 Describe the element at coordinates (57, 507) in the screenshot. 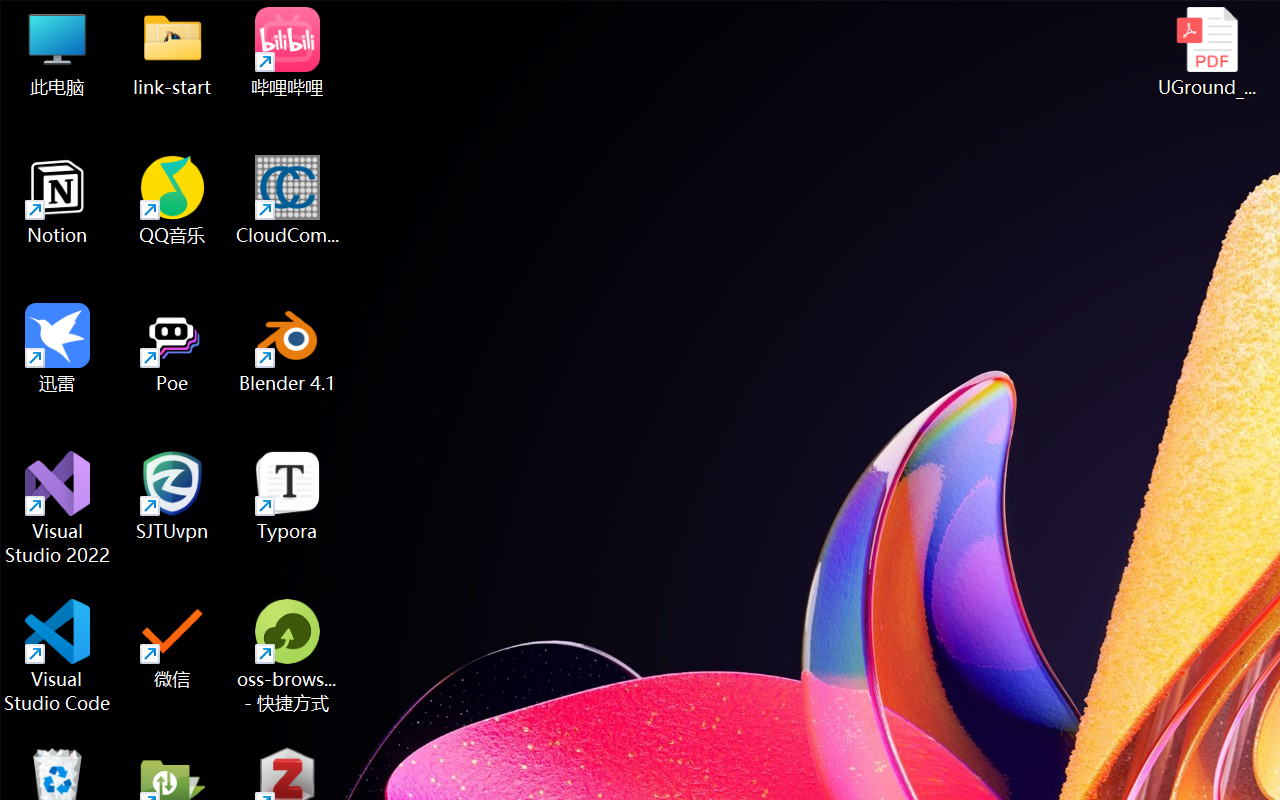

I see `'Visual Studio 2022'` at that location.